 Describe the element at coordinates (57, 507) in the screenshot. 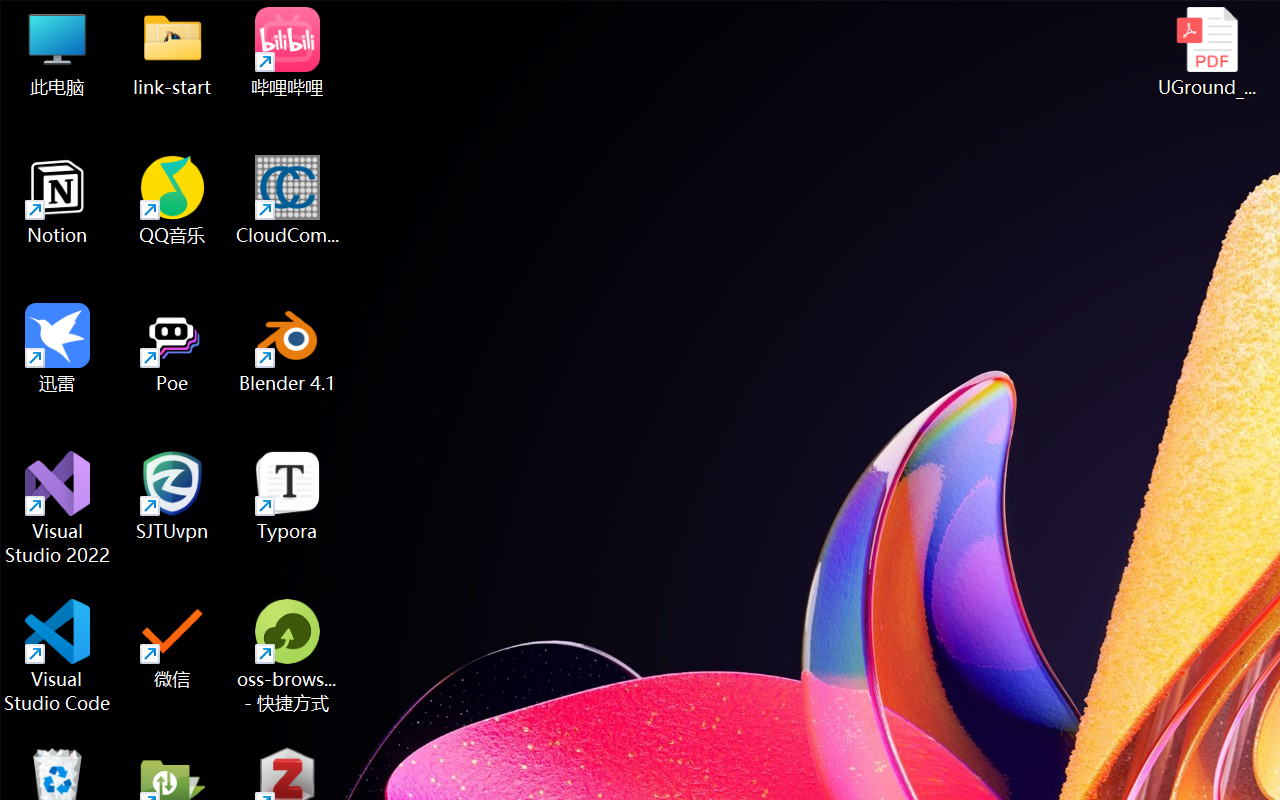

I see `'Visual Studio 2022'` at that location.